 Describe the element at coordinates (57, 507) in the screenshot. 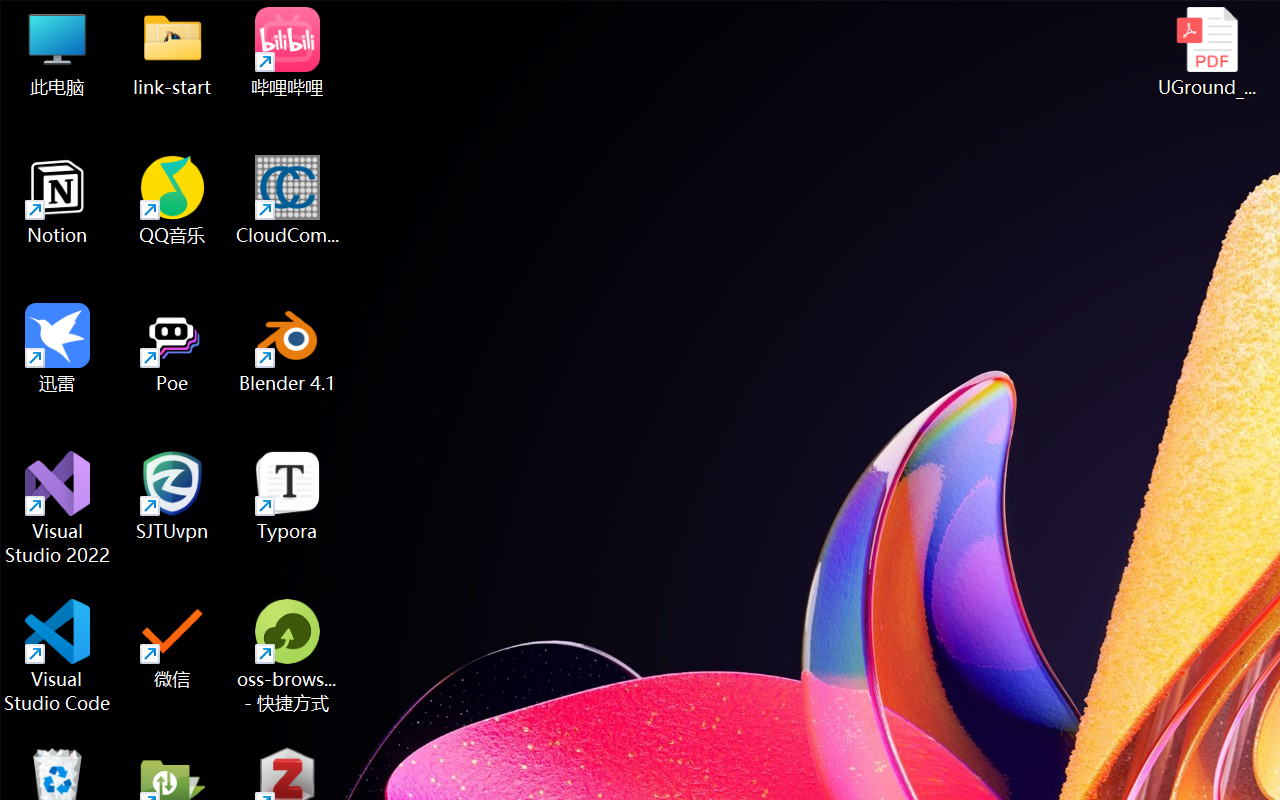

I see `'Visual Studio 2022'` at that location.